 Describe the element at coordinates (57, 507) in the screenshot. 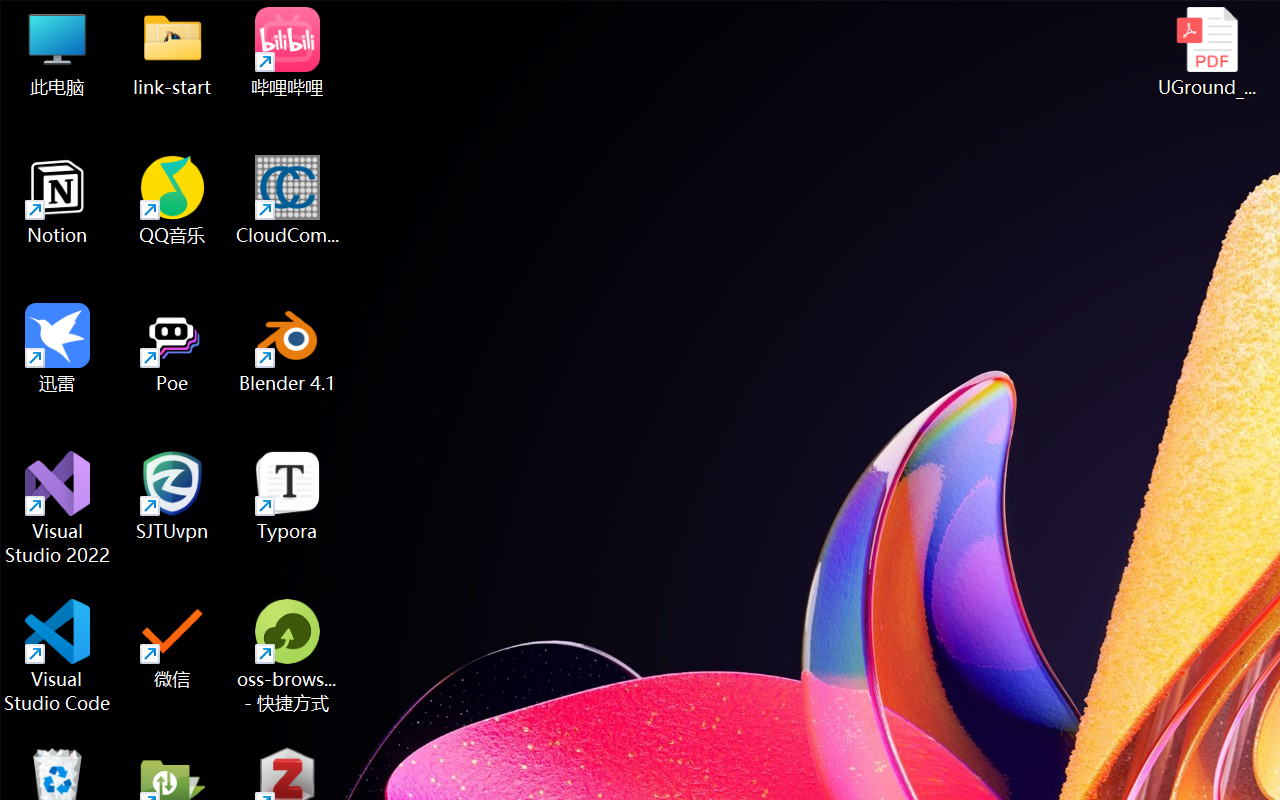

I see `'Visual Studio 2022'` at that location.